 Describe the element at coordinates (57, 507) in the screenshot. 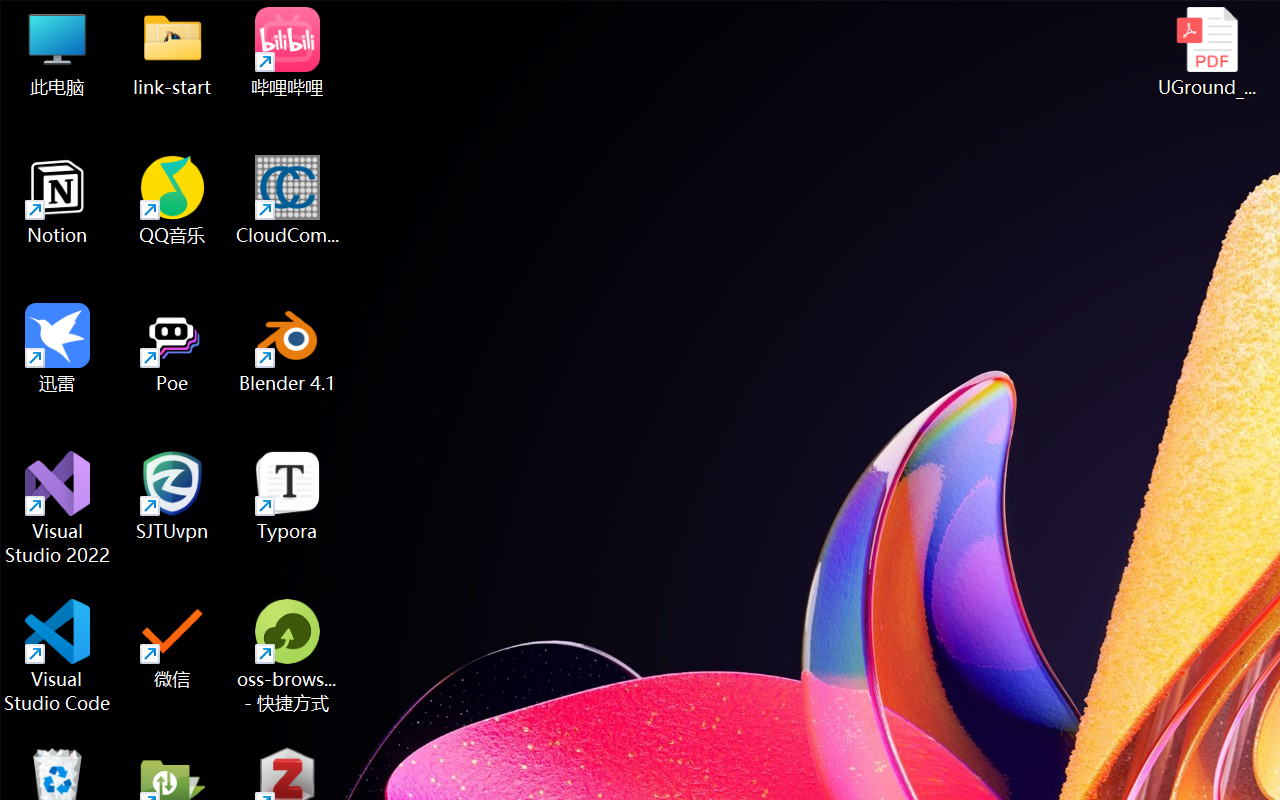

I see `'Visual Studio 2022'` at that location.